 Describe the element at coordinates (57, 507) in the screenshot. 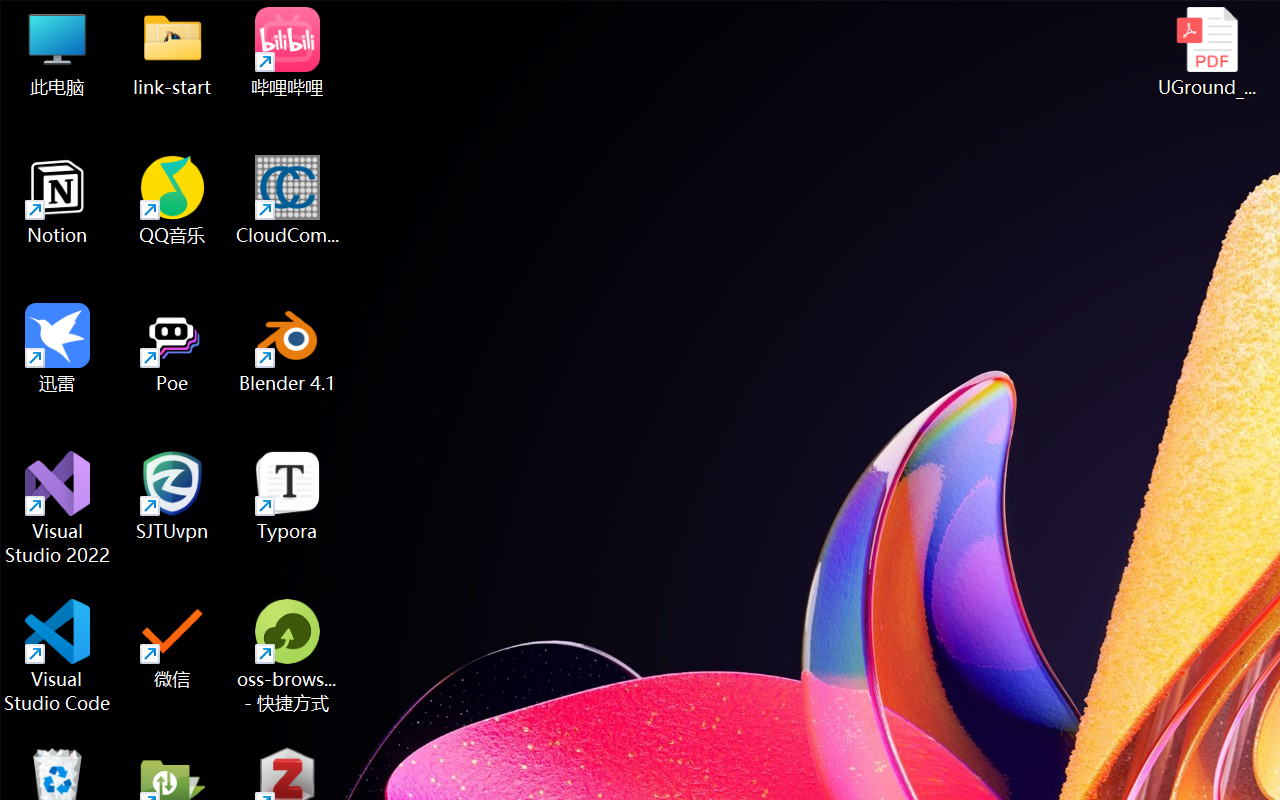

I see `'Visual Studio 2022'` at that location.